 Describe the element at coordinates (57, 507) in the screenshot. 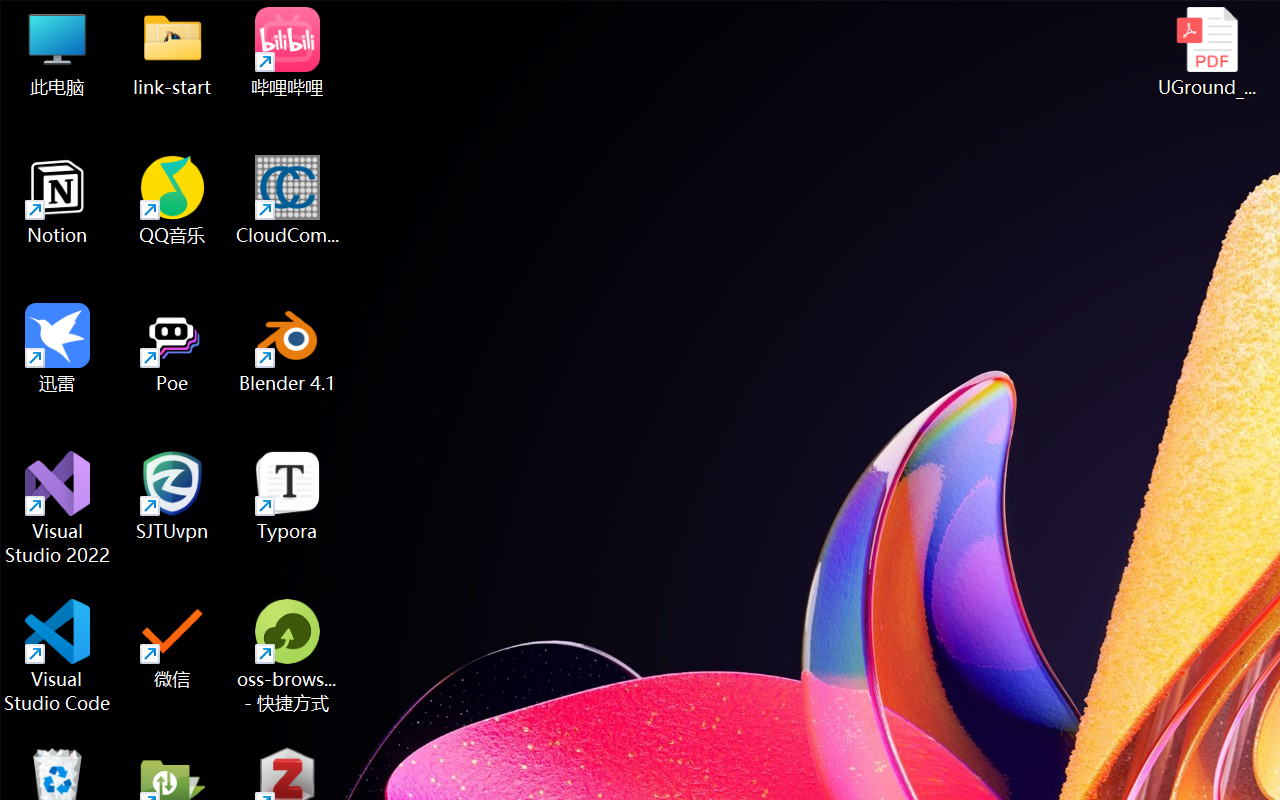

I see `'Visual Studio 2022'` at that location.